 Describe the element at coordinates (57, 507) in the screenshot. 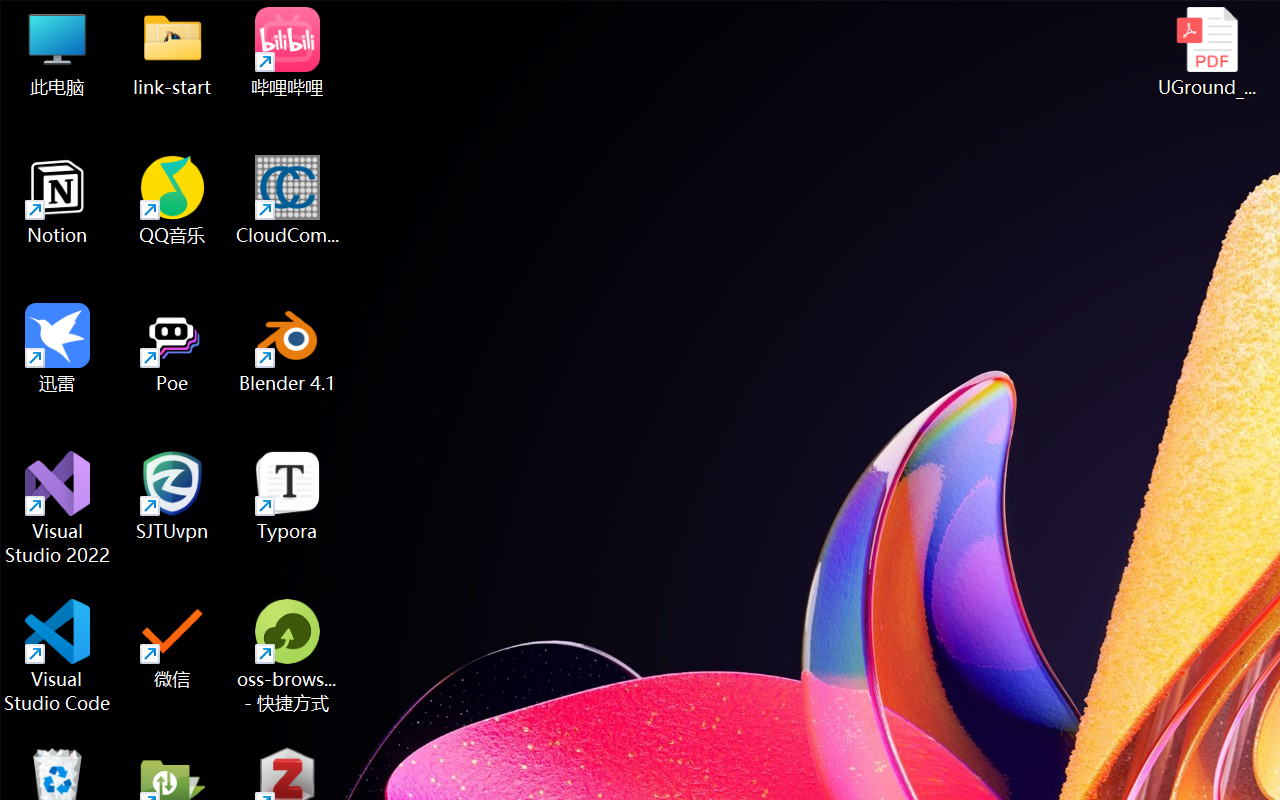

I see `'Visual Studio 2022'` at that location.